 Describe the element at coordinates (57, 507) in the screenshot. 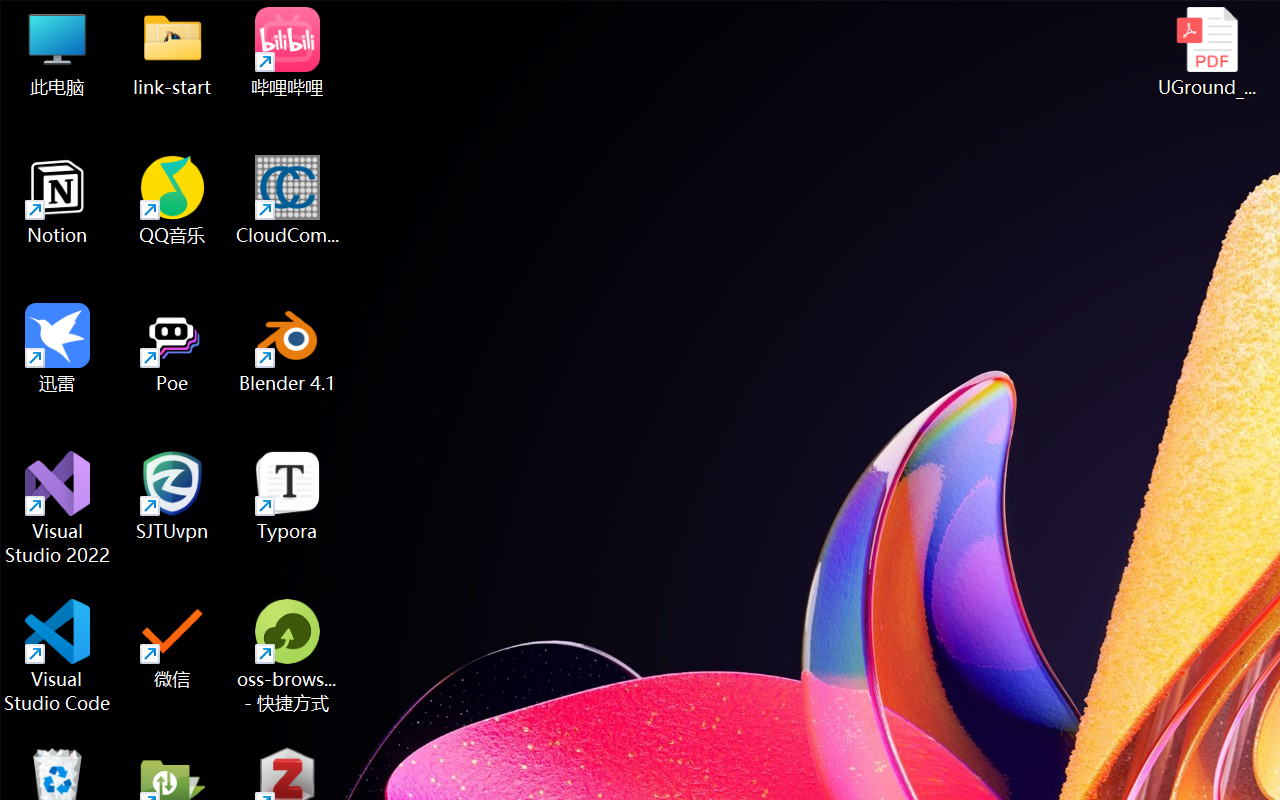

I see `'Visual Studio 2022'` at that location.